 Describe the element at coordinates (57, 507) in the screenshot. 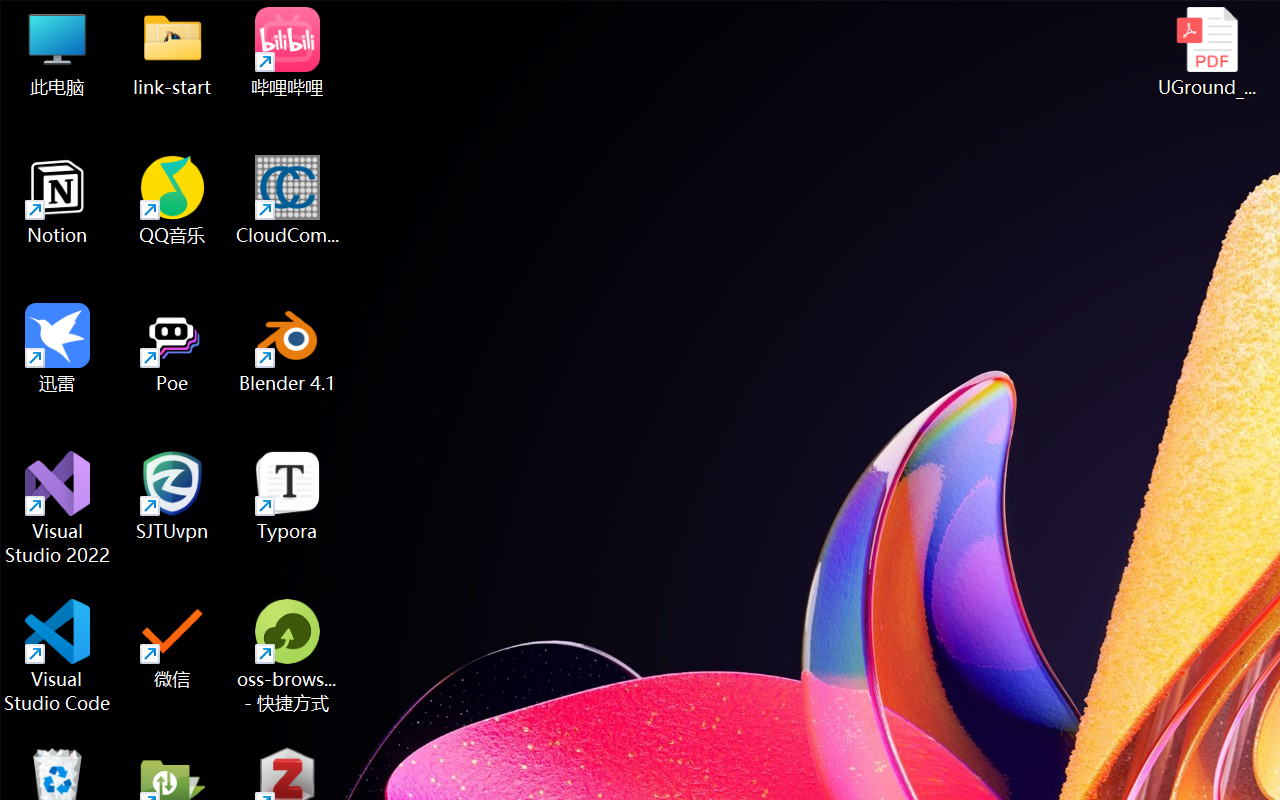

I see `'Visual Studio 2022'` at that location.